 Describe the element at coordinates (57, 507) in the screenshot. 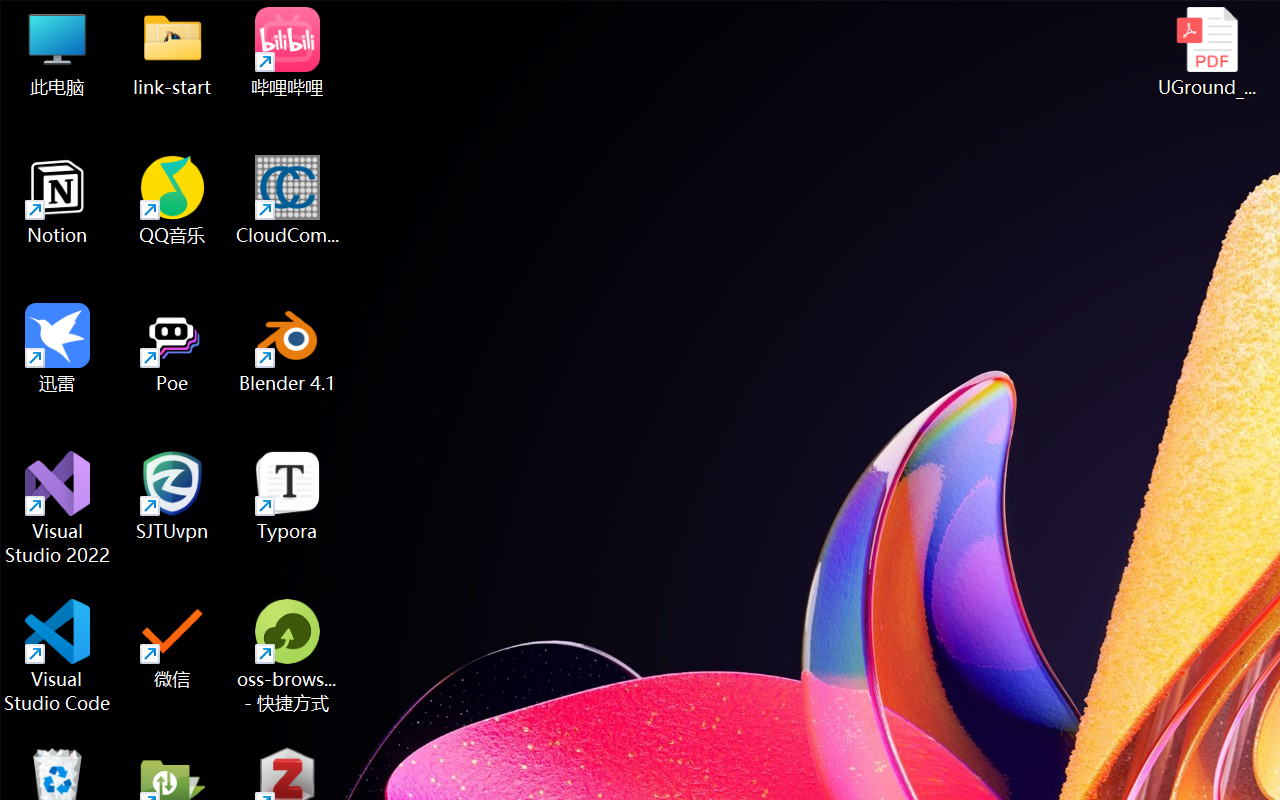

I see `'Visual Studio 2022'` at that location.